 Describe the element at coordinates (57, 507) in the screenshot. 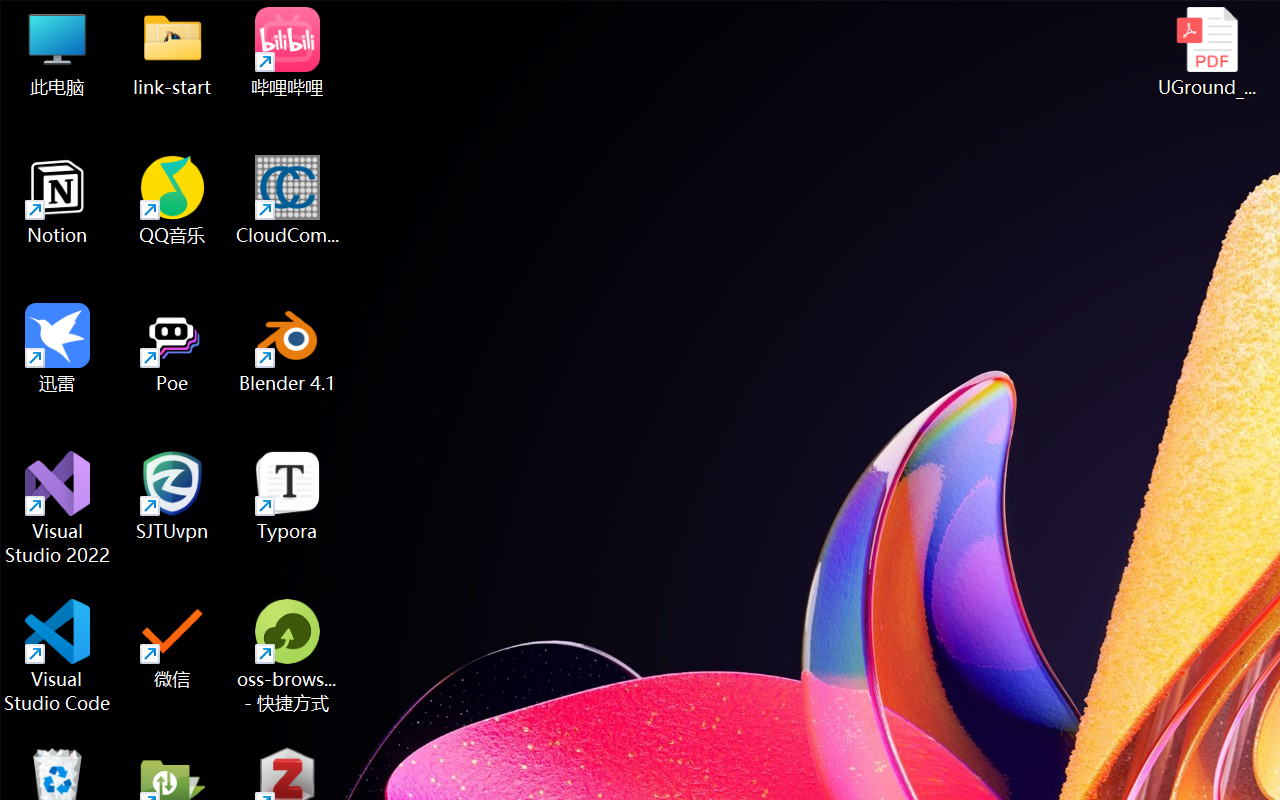

I see `'Visual Studio 2022'` at that location.